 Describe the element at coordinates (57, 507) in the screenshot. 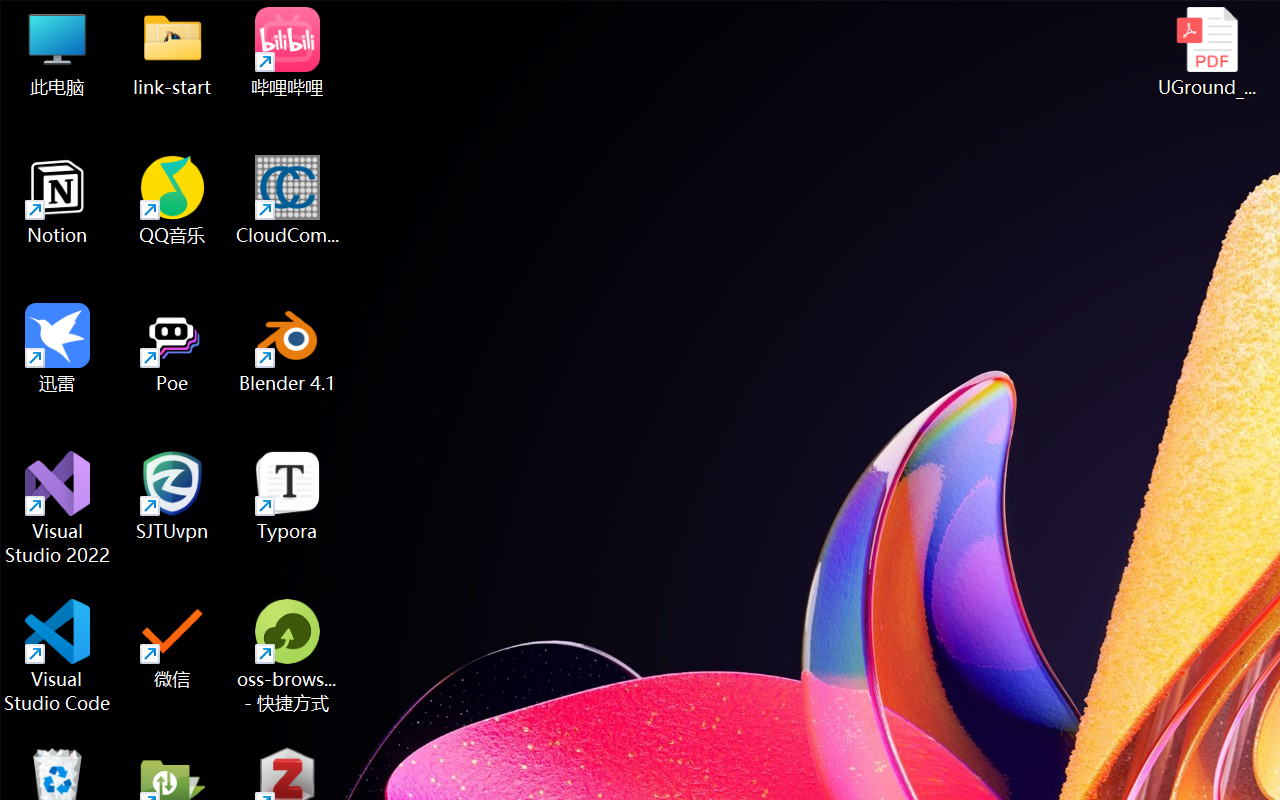

I see `'Visual Studio 2022'` at that location.